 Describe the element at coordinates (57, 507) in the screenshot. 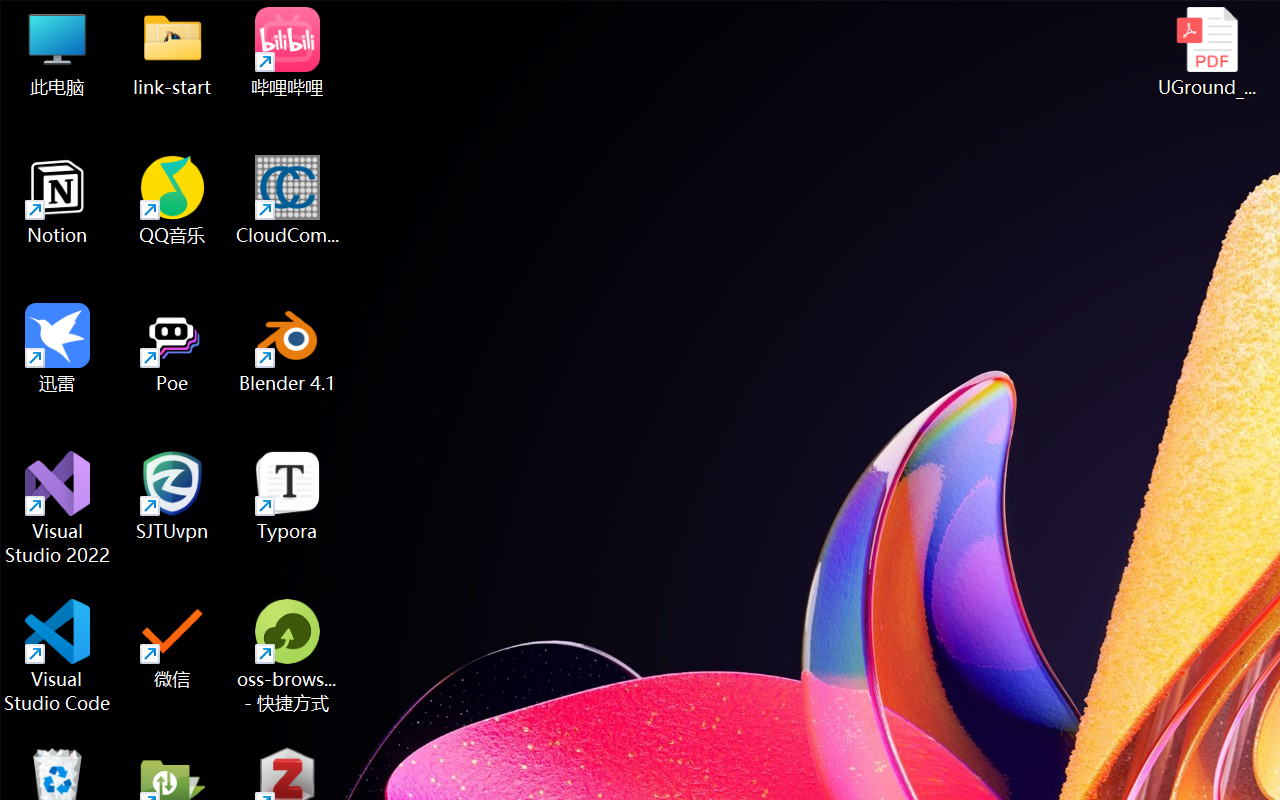

I see `'Visual Studio 2022'` at that location.